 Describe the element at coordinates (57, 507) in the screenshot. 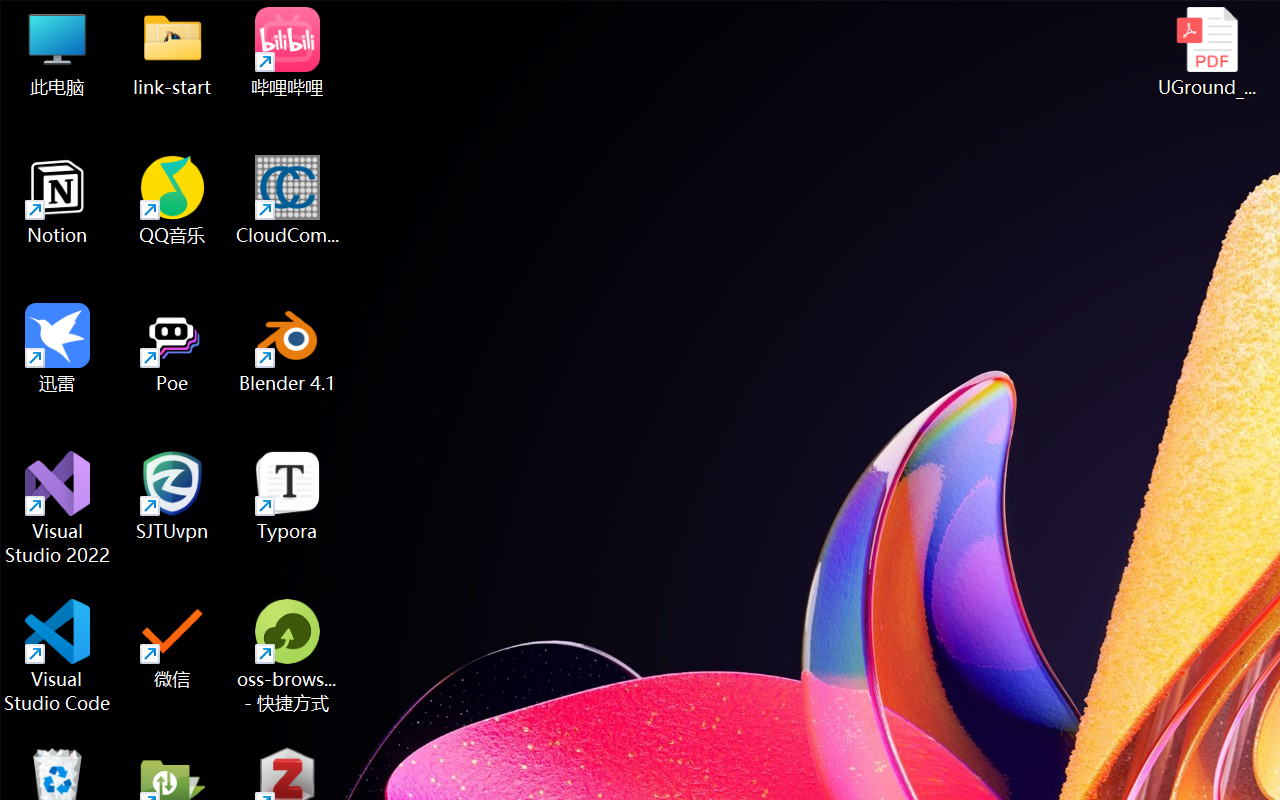

I see `'Visual Studio 2022'` at that location.